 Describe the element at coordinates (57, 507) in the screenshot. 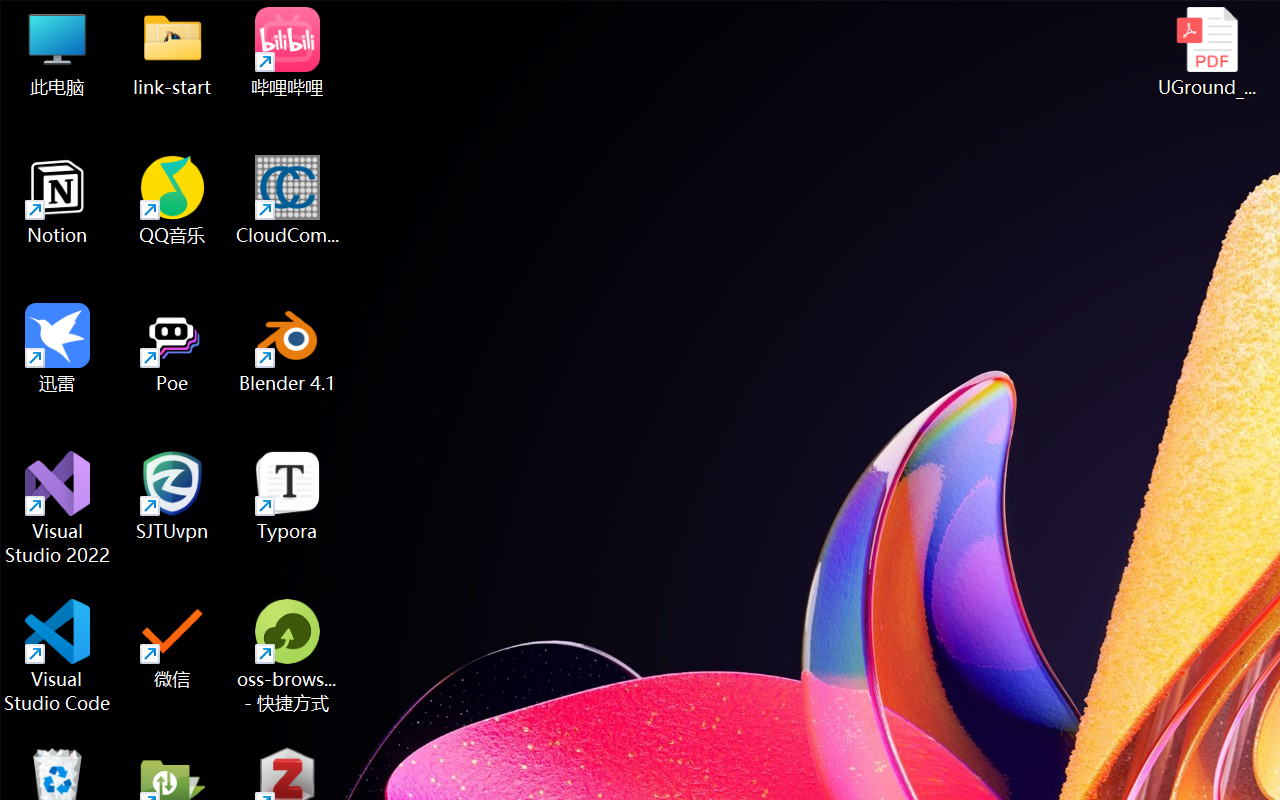

I see `'Visual Studio 2022'` at that location.